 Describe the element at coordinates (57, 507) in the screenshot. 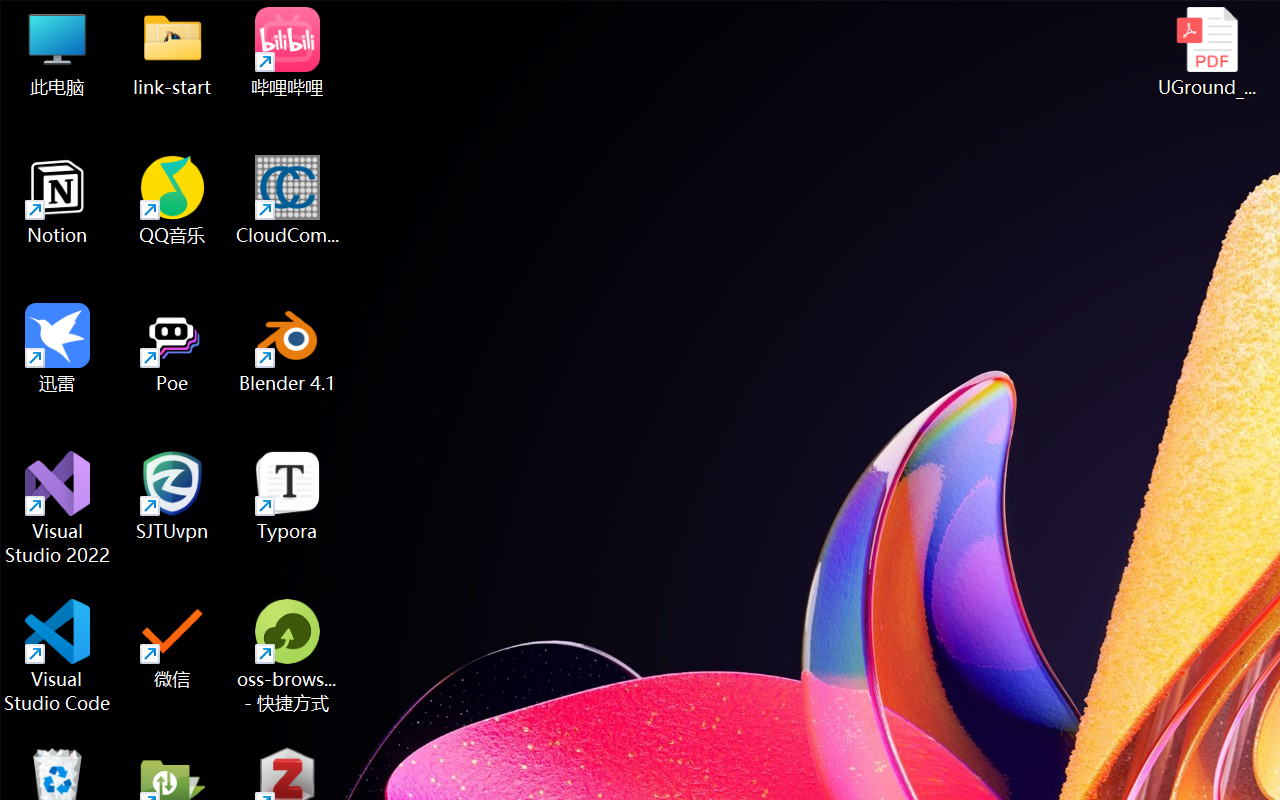

I see `'Visual Studio 2022'` at that location.